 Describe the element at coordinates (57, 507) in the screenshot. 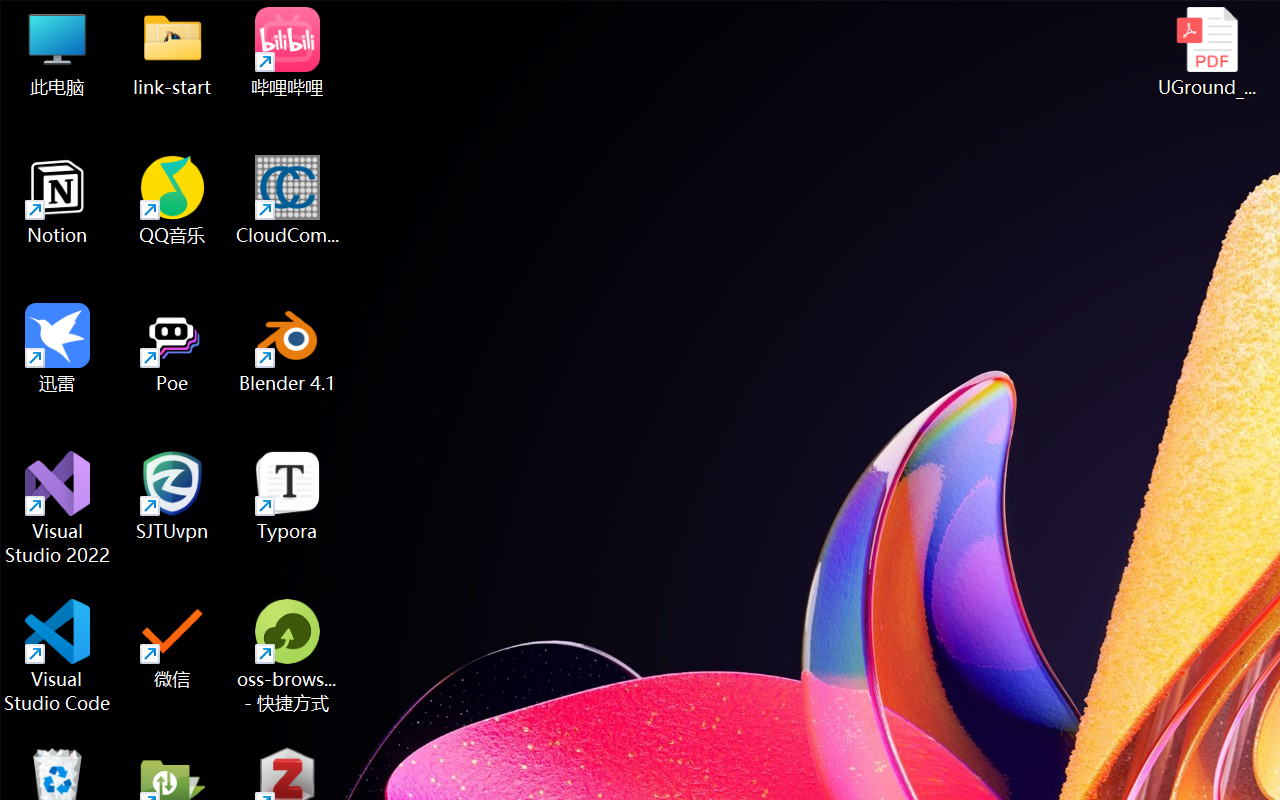

I see `'Visual Studio 2022'` at that location.